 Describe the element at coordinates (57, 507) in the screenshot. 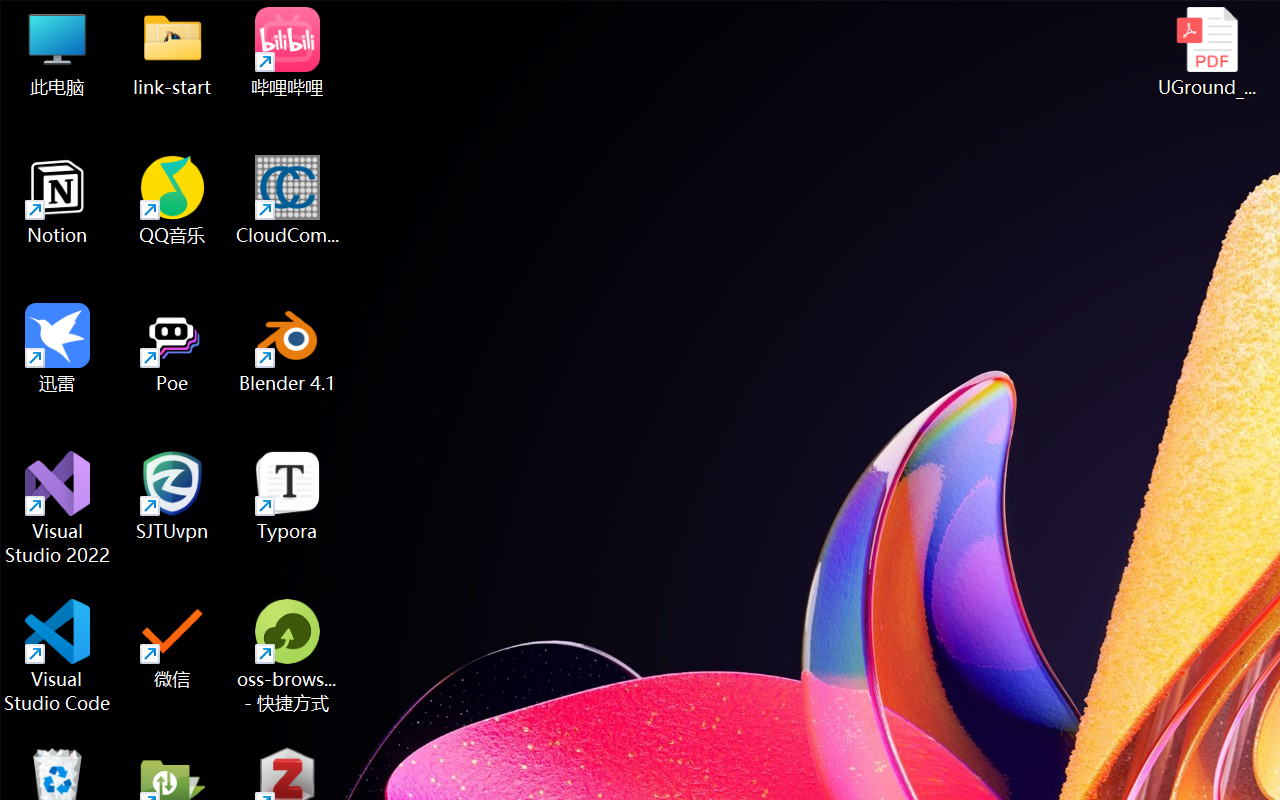

I see `'Visual Studio 2022'` at that location.